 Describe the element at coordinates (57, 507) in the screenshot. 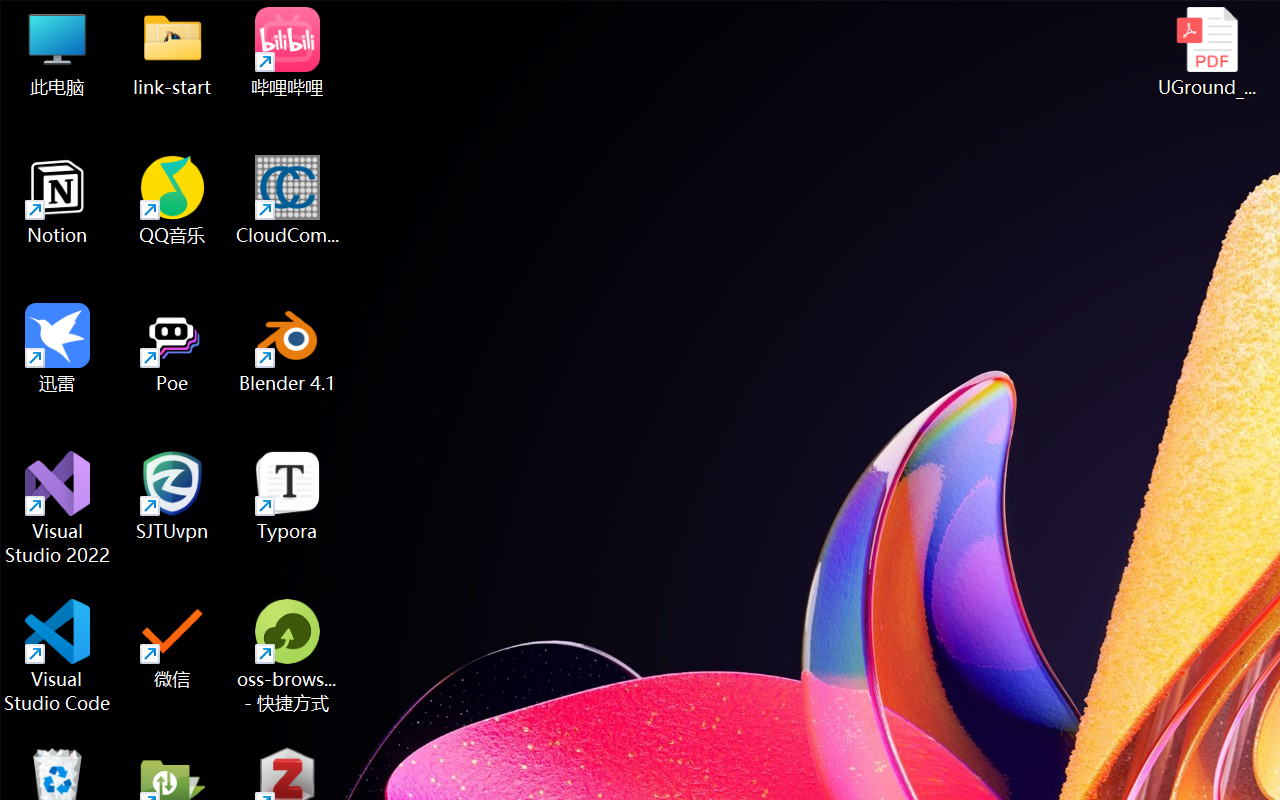

I see `'Visual Studio 2022'` at that location.